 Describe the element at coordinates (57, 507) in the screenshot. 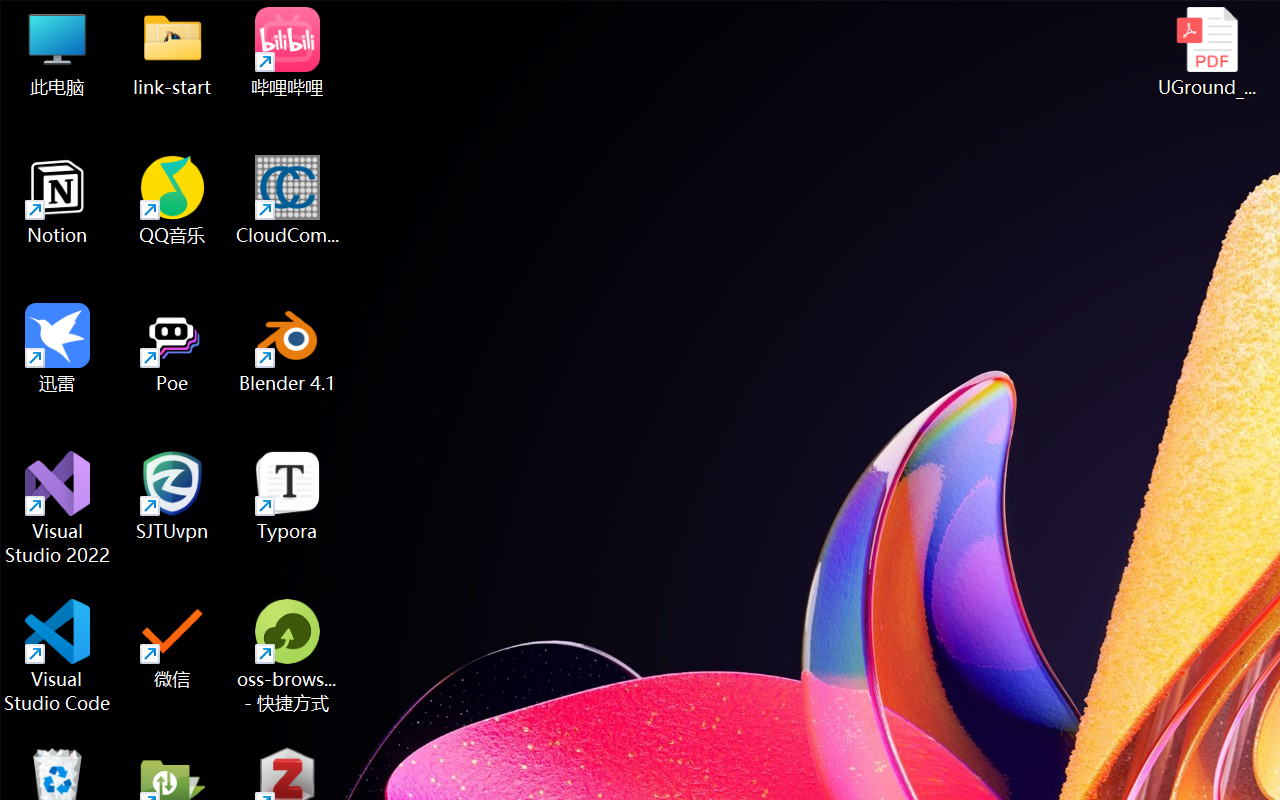

I see `'Visual Studio 2022'` at that location.